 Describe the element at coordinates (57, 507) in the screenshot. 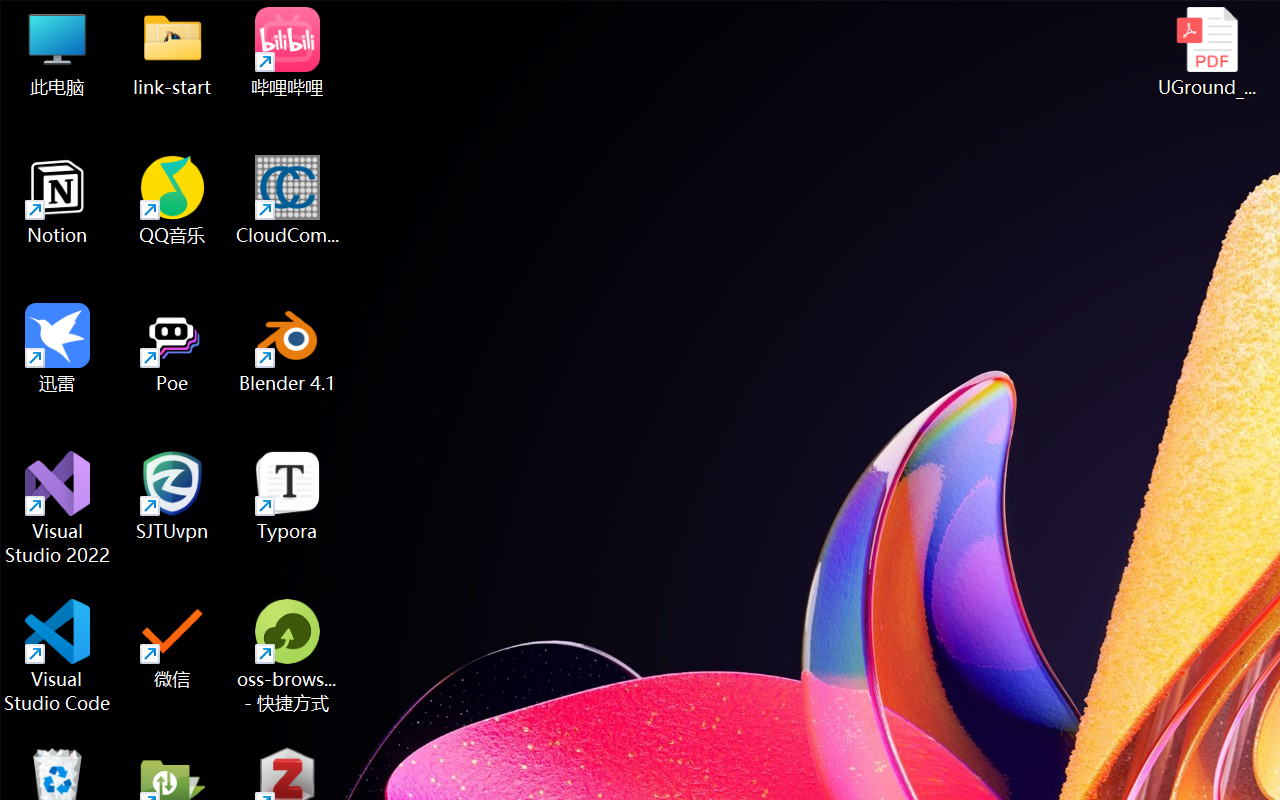

I see `'Visual Studio 2022'` at that location.